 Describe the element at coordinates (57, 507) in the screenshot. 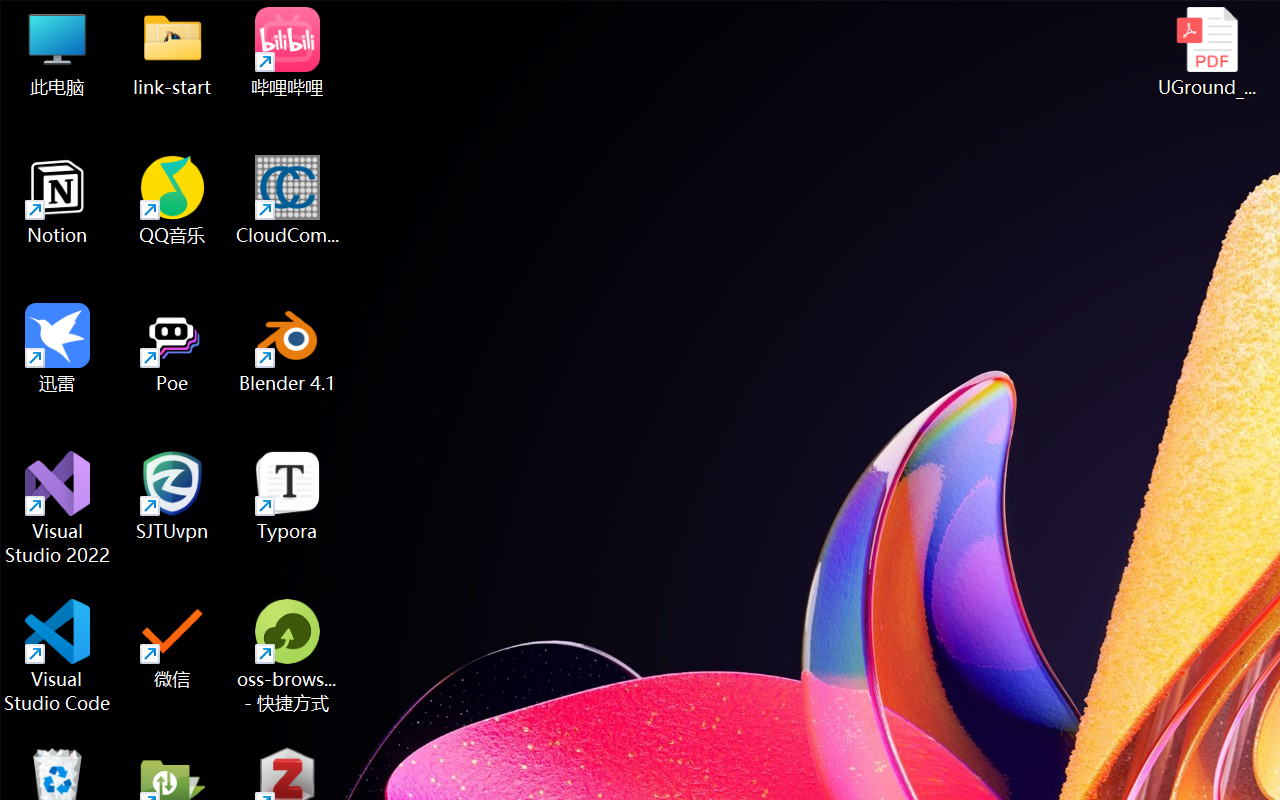

I see `'Visual Studio 2022'` at that location.